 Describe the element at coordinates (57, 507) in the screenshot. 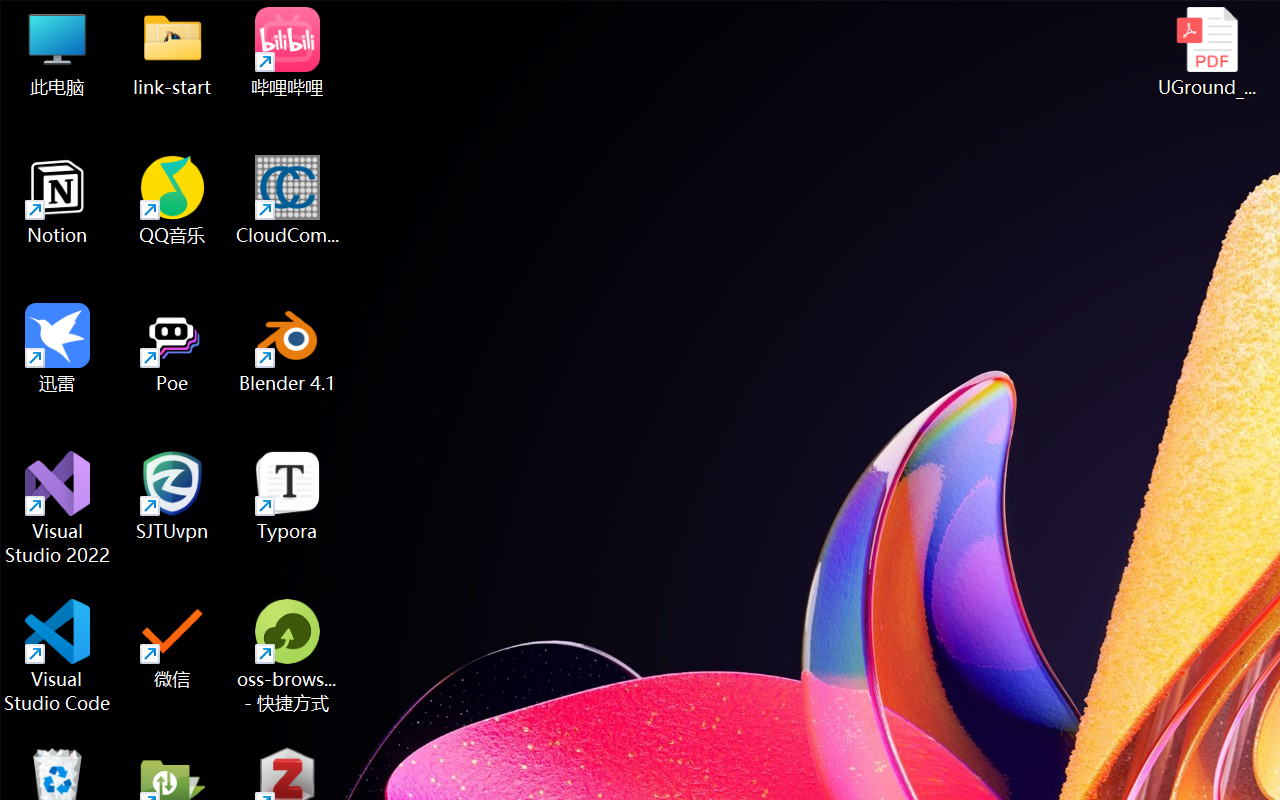

I see `'Visual Studio 2022'` at that location.